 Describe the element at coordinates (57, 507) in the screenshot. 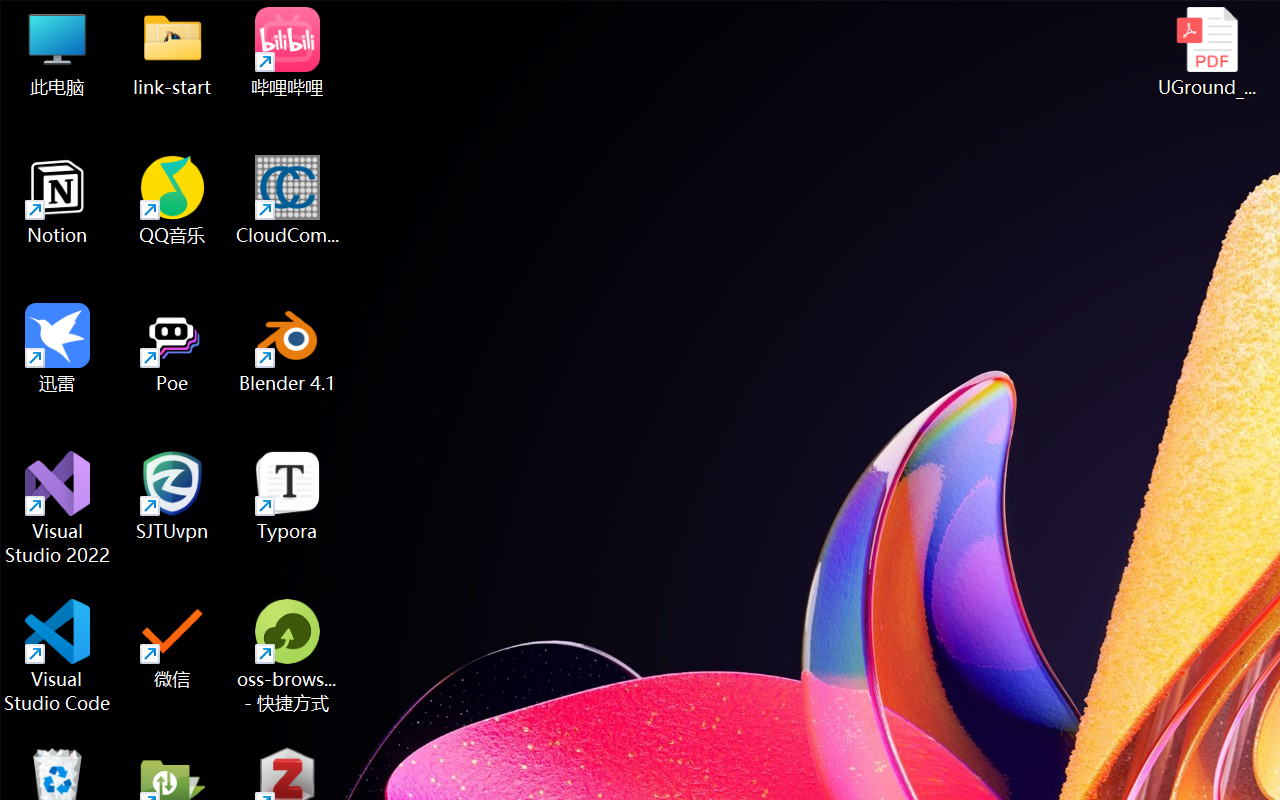

I see `'Visual Studio 2022'` at that location.